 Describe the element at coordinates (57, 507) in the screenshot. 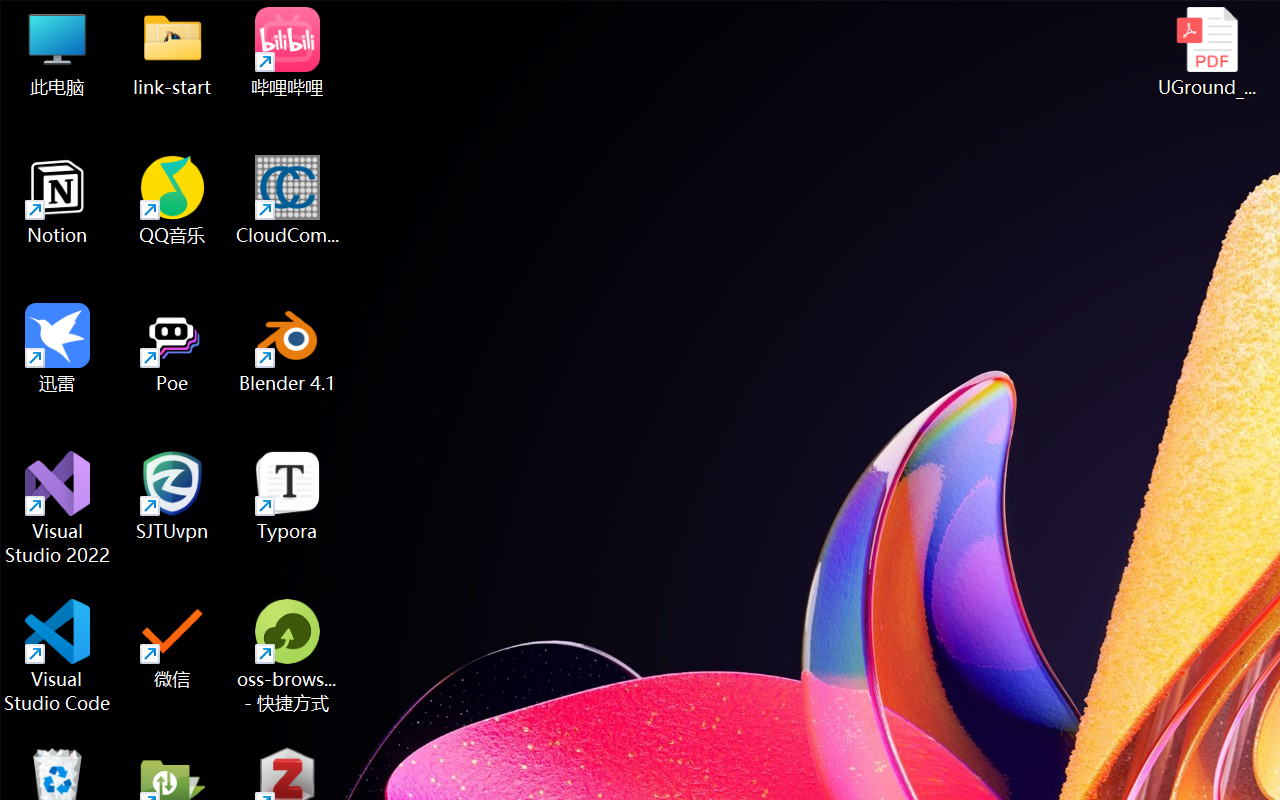

I see `'Visual Studio 2022'` at that location.